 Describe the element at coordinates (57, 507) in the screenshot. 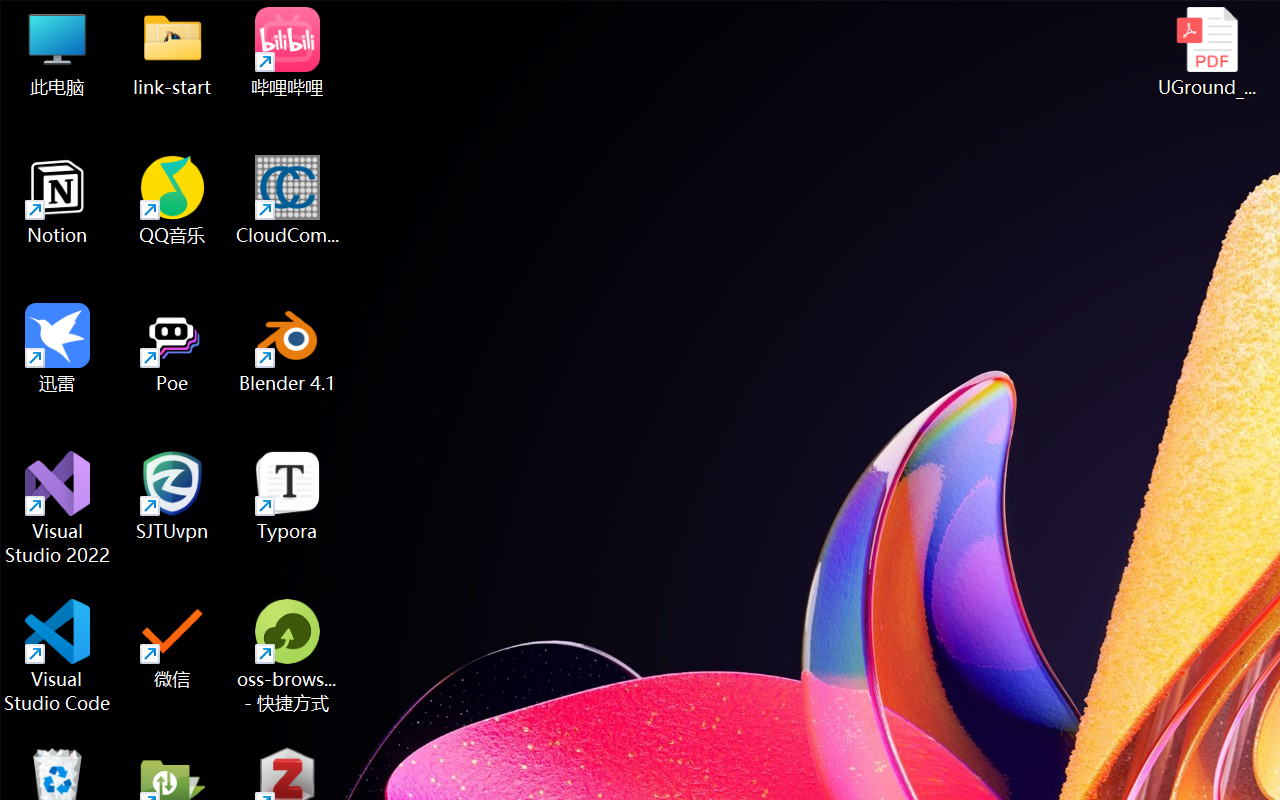

I see `'Visual Studio 2022'` at that location.